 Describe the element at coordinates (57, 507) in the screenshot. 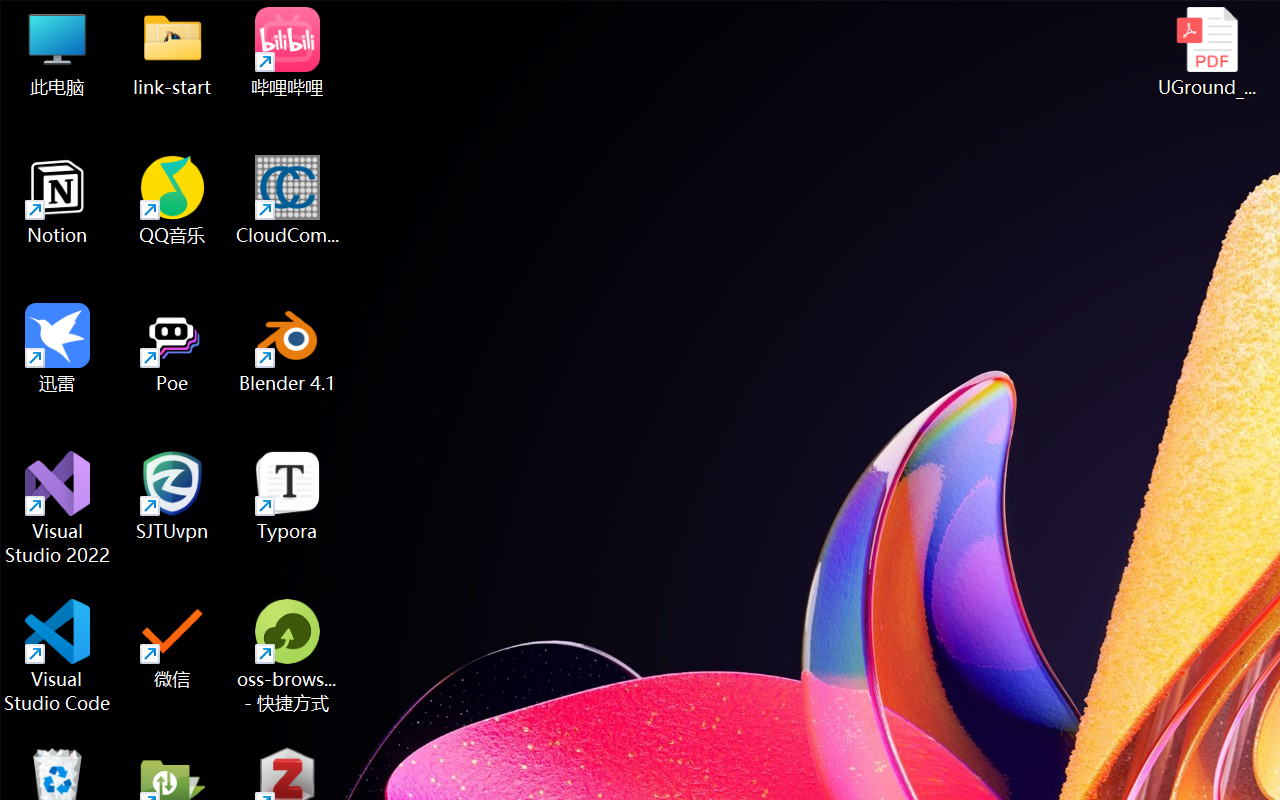

I see `'Visual Studio 2022'` at that location.